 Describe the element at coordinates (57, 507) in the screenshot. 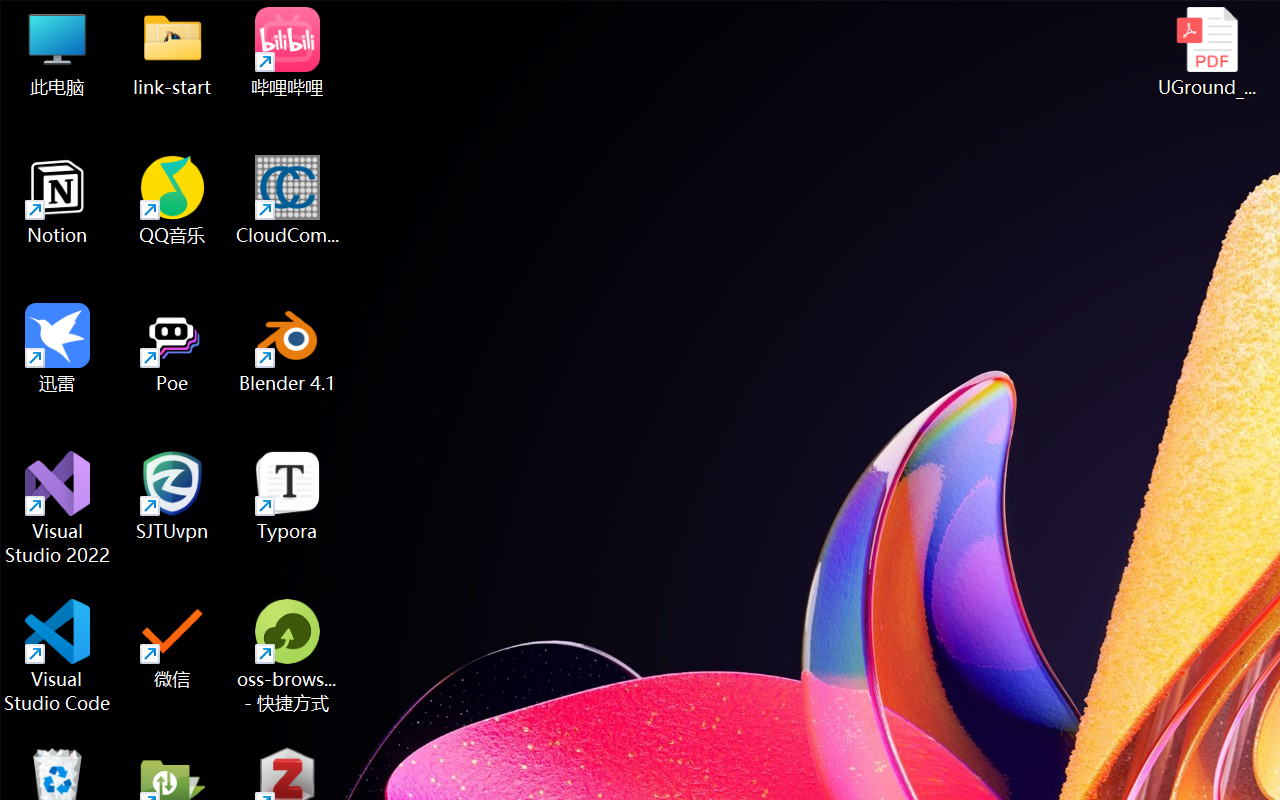

I see `'Visual Studio 2022'` at that location.